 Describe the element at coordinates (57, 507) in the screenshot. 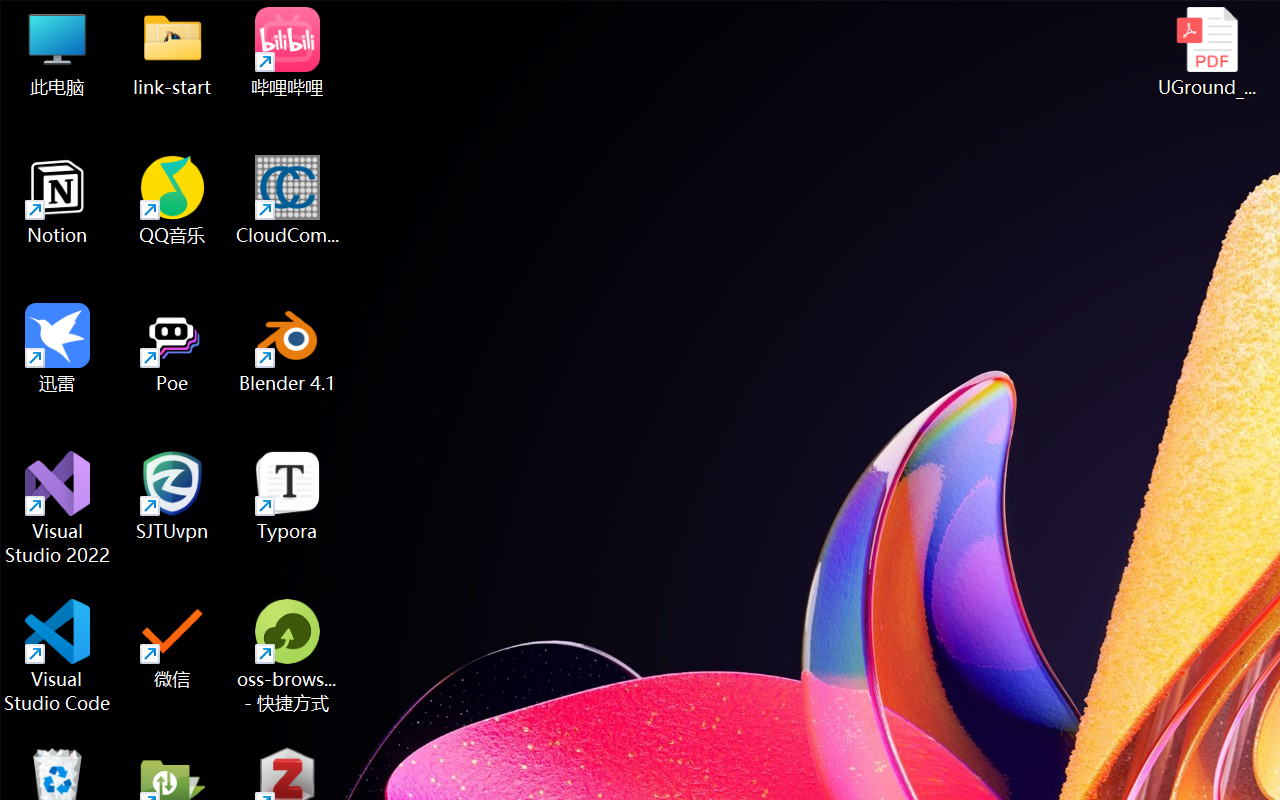

I see `'Visual Studio 2022'` at that location.